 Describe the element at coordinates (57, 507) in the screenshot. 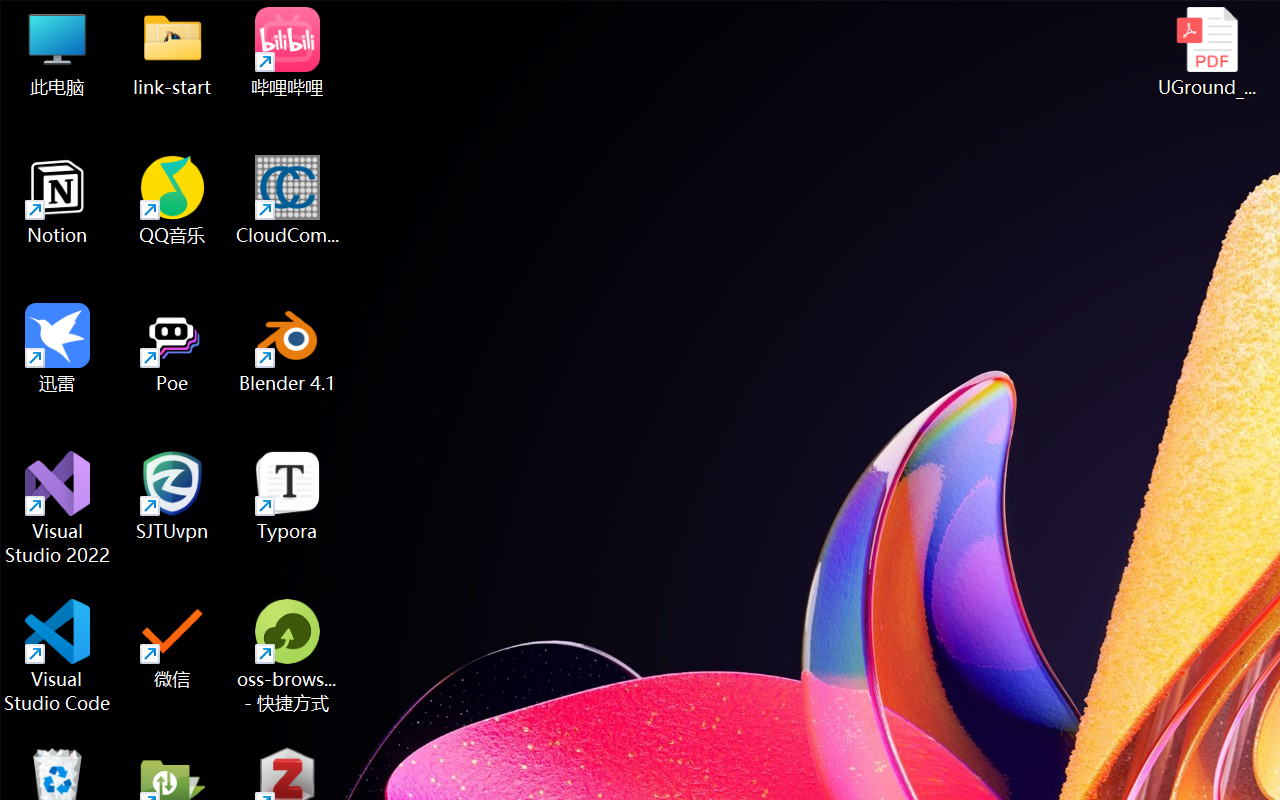

I see `'Visual Studio 2022'` at that location.